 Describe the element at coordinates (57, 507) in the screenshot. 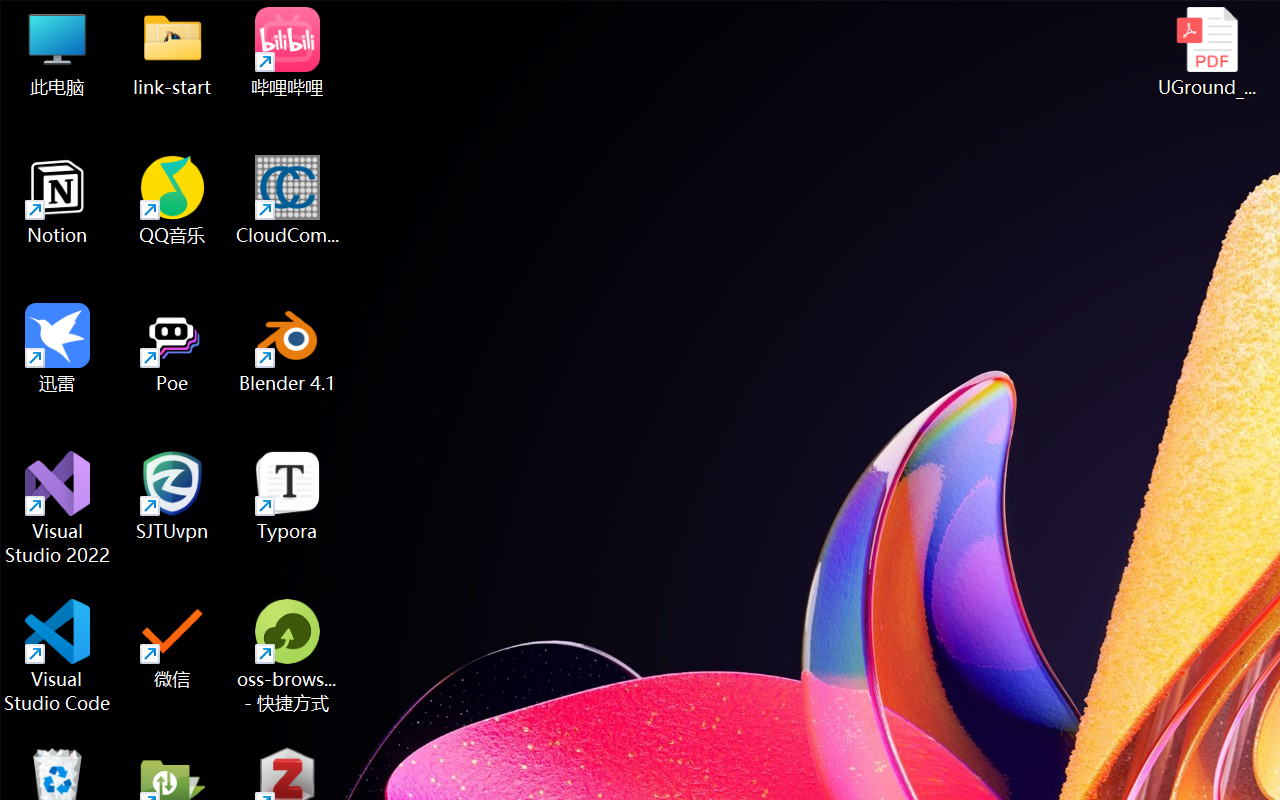

I see `'Visual Studio 2022'` at that location.